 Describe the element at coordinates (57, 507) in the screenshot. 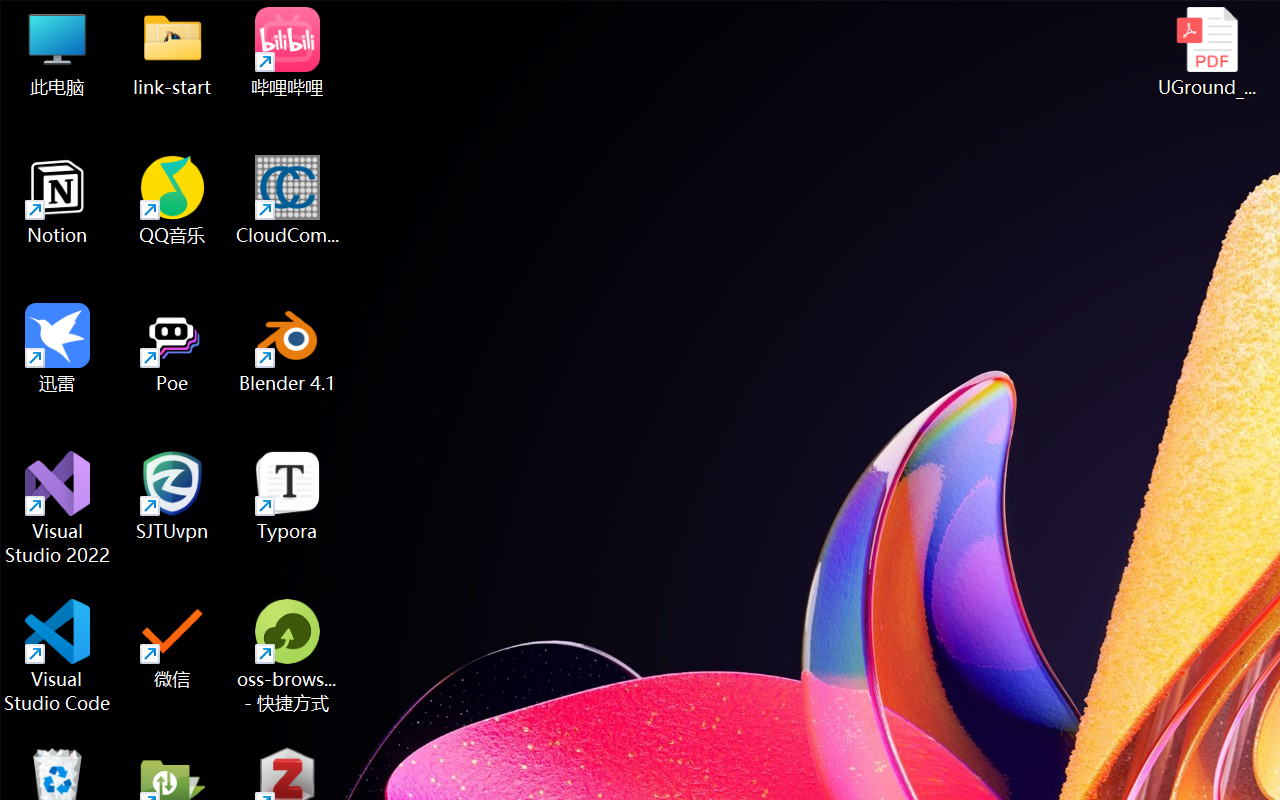

I see `'Visual Studio 2022'` at that location.